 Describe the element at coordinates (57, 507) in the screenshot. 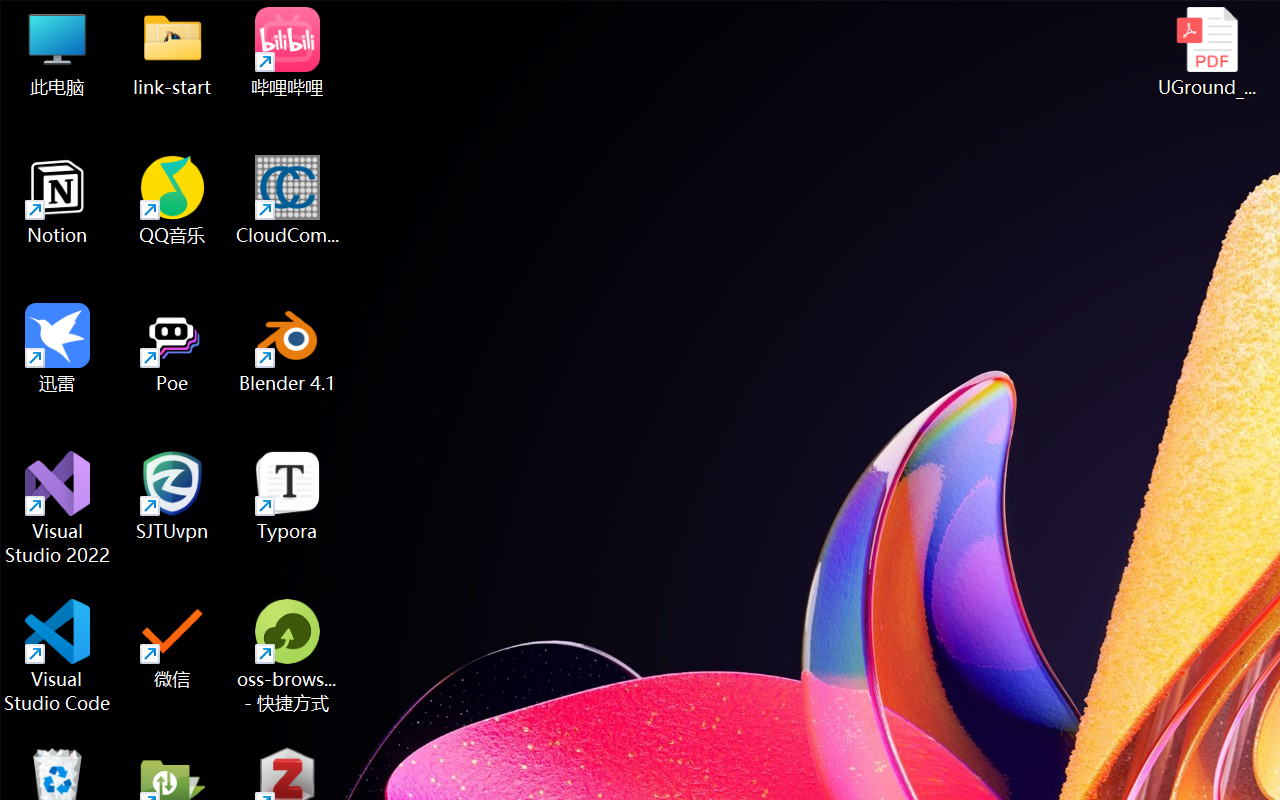

I see `'Visual Studio 2022'` at that location.